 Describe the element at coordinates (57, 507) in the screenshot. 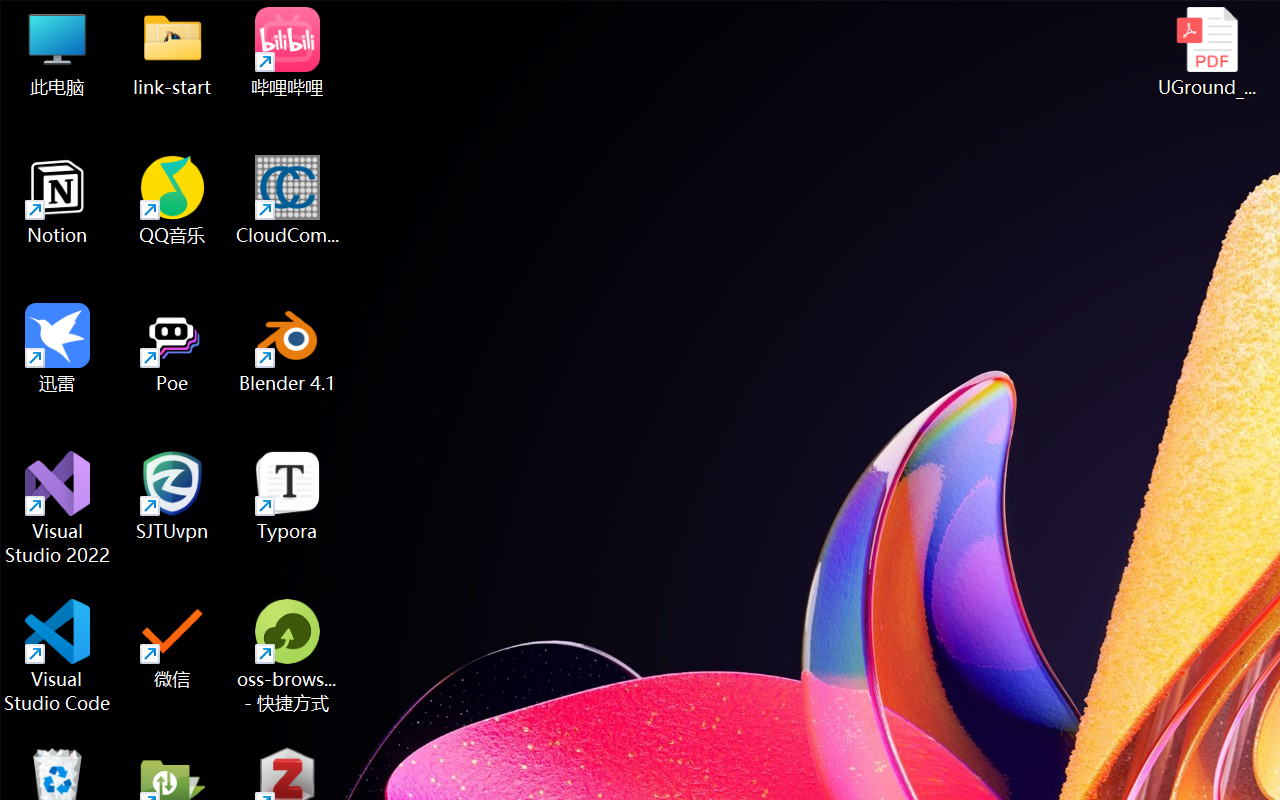

I see `'Visual Studio 2022'` at that location.